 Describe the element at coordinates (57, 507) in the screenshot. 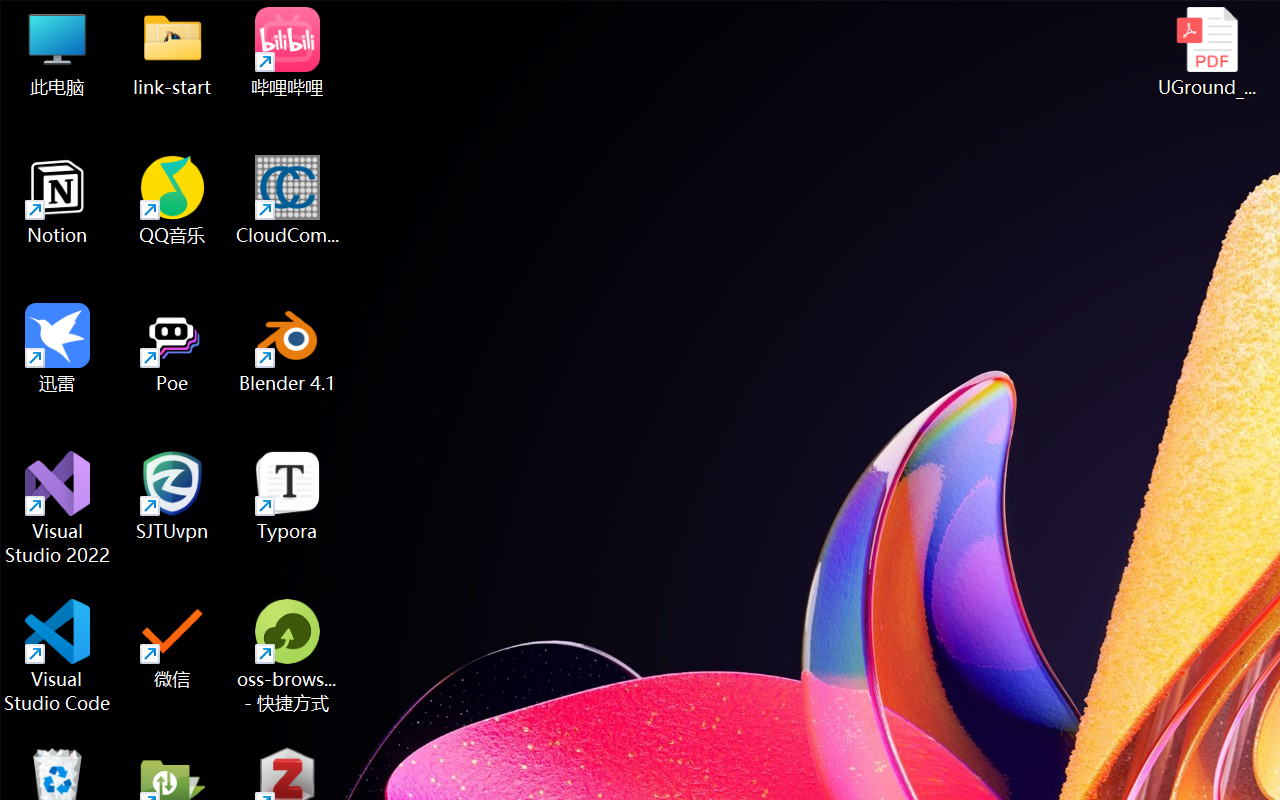

I see `'Visual Studio 2022'` at that location.